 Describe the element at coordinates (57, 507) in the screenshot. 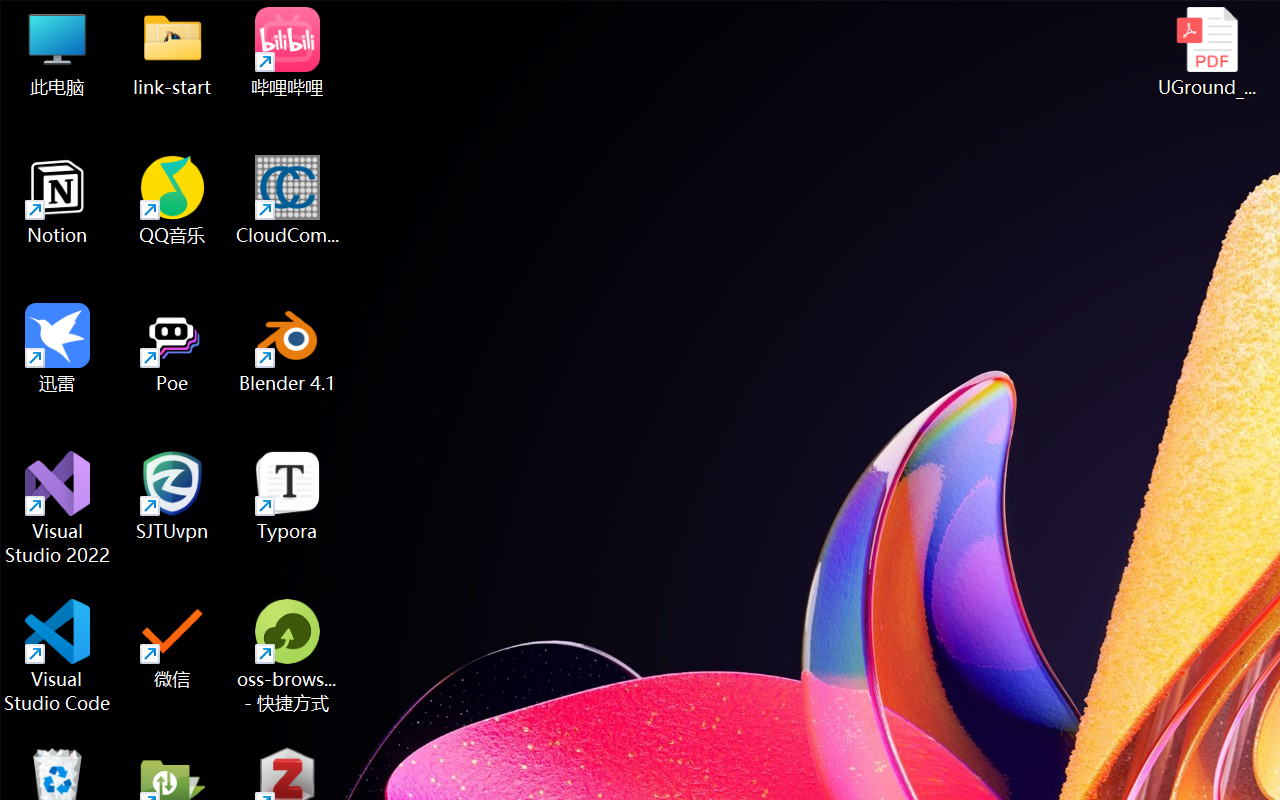

I see `'Visual Studio 2022'` at that location.